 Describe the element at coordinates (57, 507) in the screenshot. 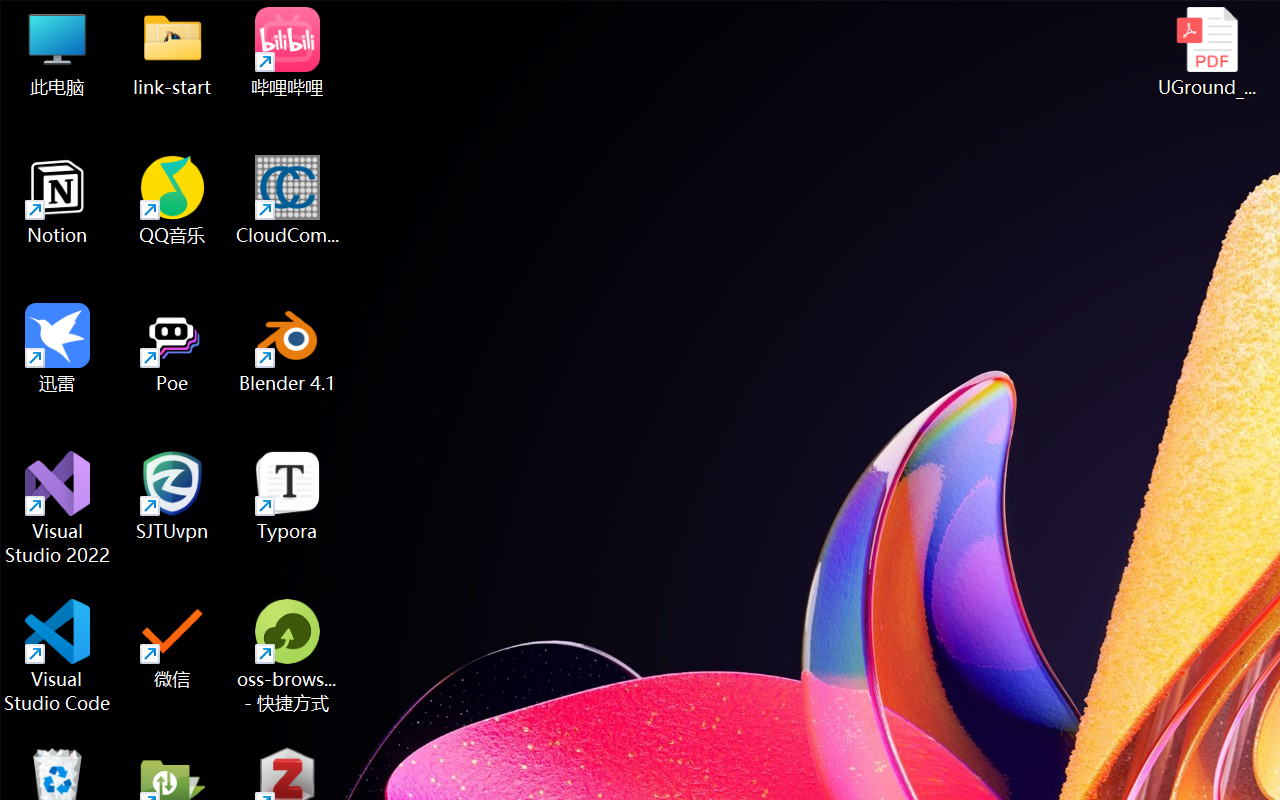

I see `'Visual Studio 2022'` at that location.